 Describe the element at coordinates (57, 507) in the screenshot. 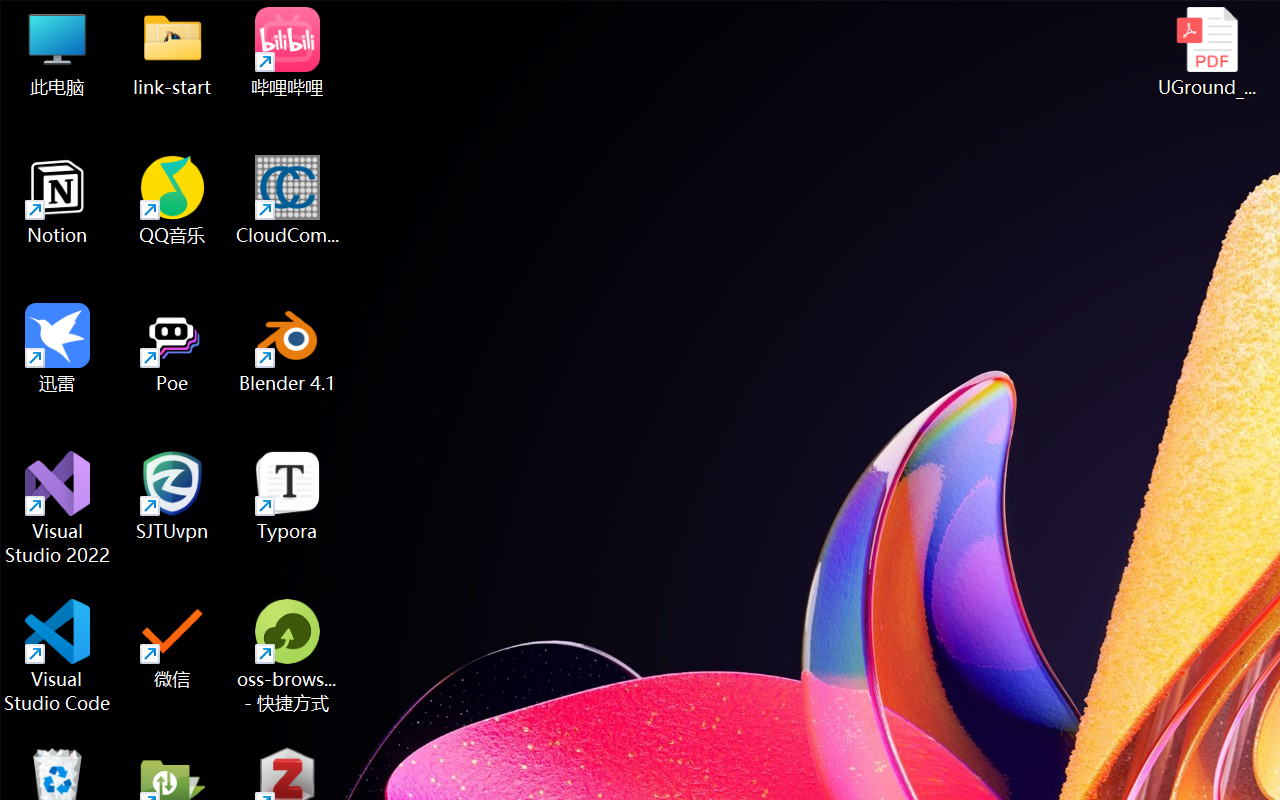

I see `'Visual Studio 2022'` at that location.